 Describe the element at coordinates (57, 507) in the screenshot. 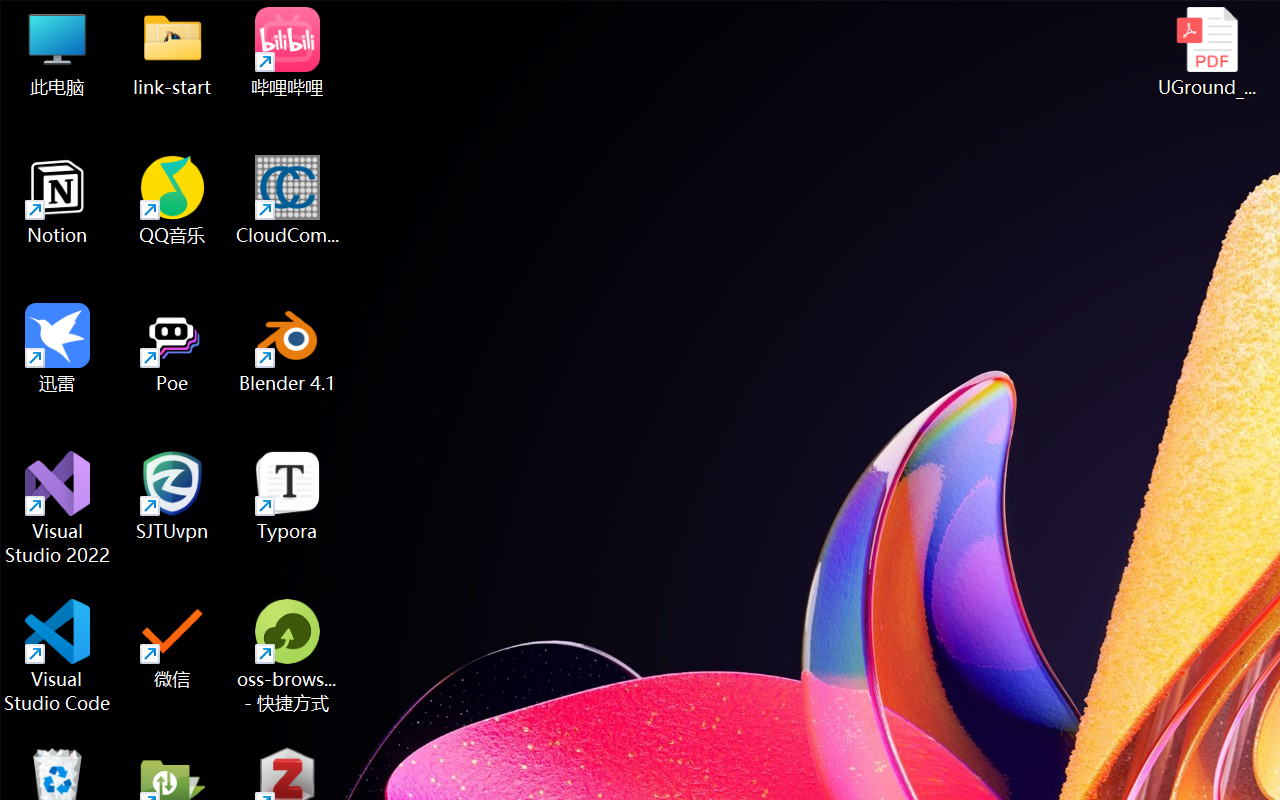

I see `'Visual Studio 2022'` at that location.